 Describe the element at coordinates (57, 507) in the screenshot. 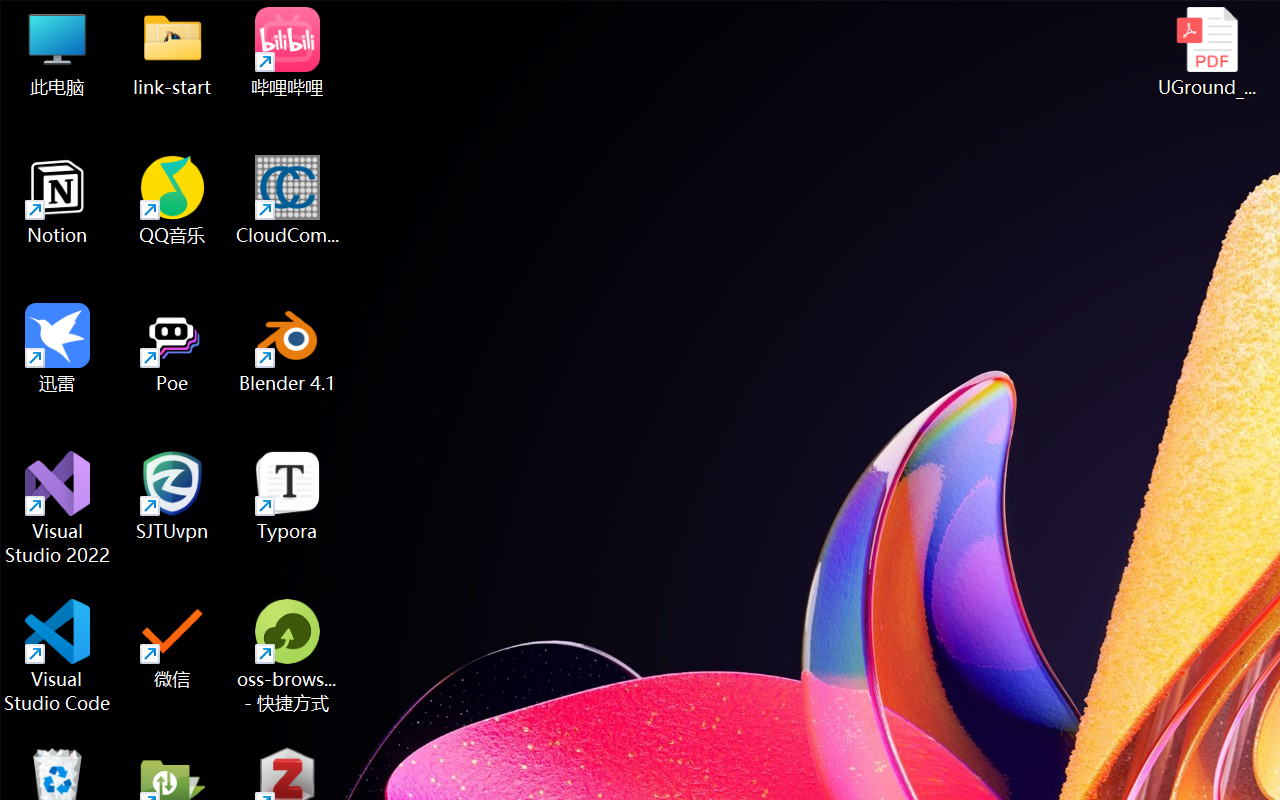

I see `'Visual Studio 2022'` at that location.